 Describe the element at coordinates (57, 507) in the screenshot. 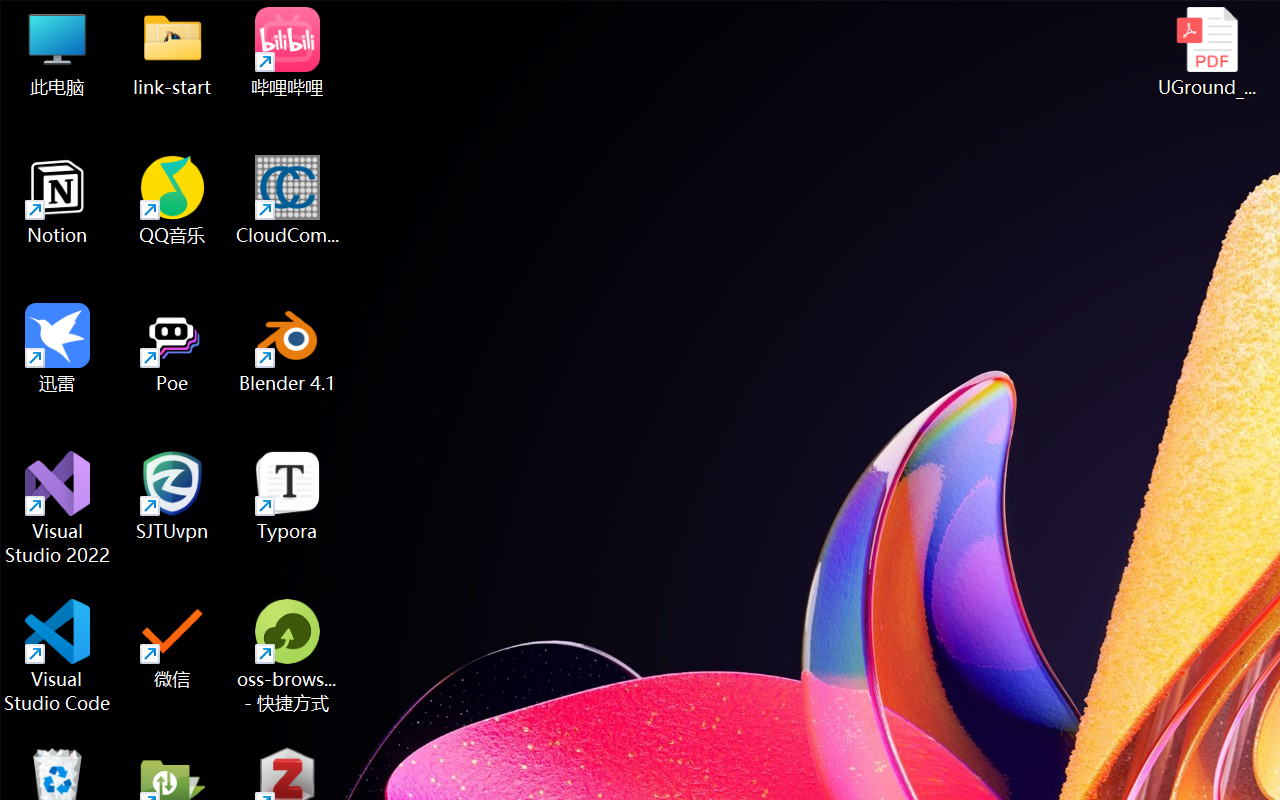

I see `'Visual Studio 2022'` at that location.